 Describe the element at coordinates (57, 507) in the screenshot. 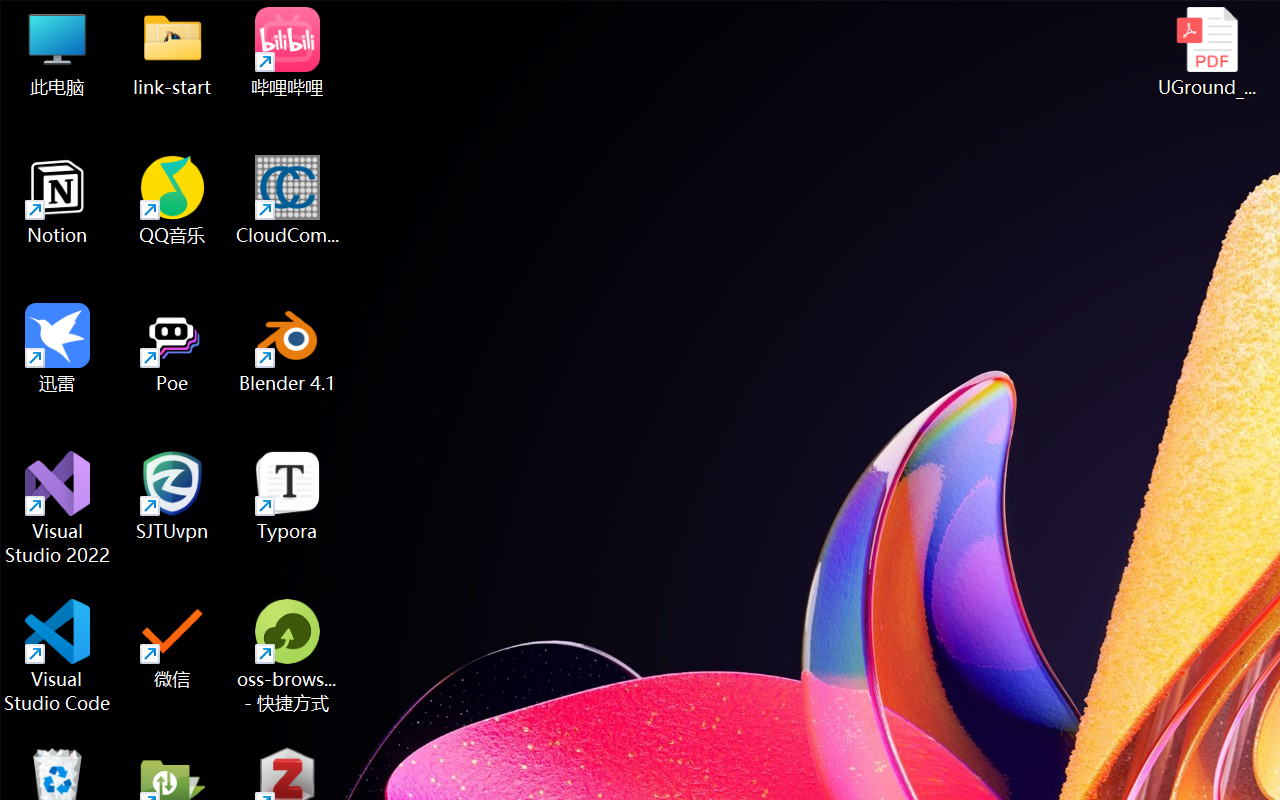

I see `'Visual Studio 2022'` at that location.